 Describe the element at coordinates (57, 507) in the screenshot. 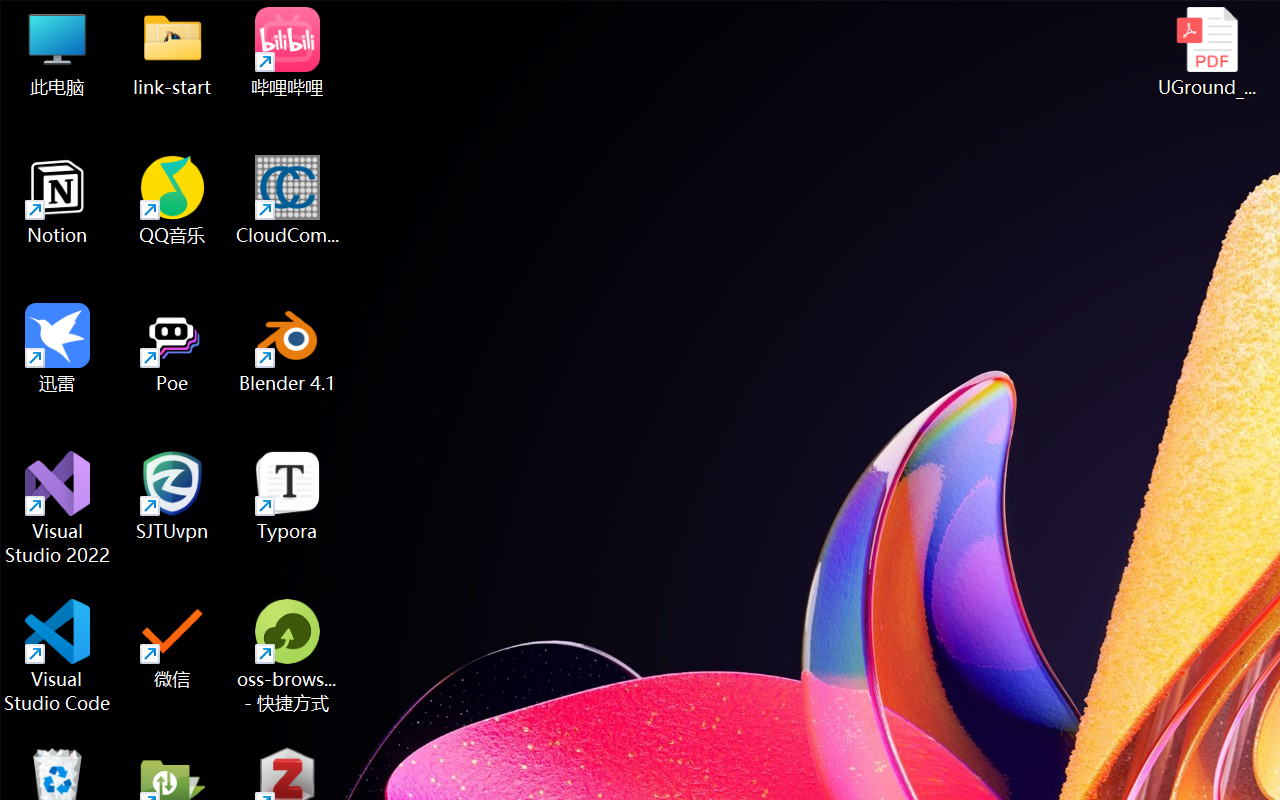

I see `'Visual Studio 2022'` at that location.